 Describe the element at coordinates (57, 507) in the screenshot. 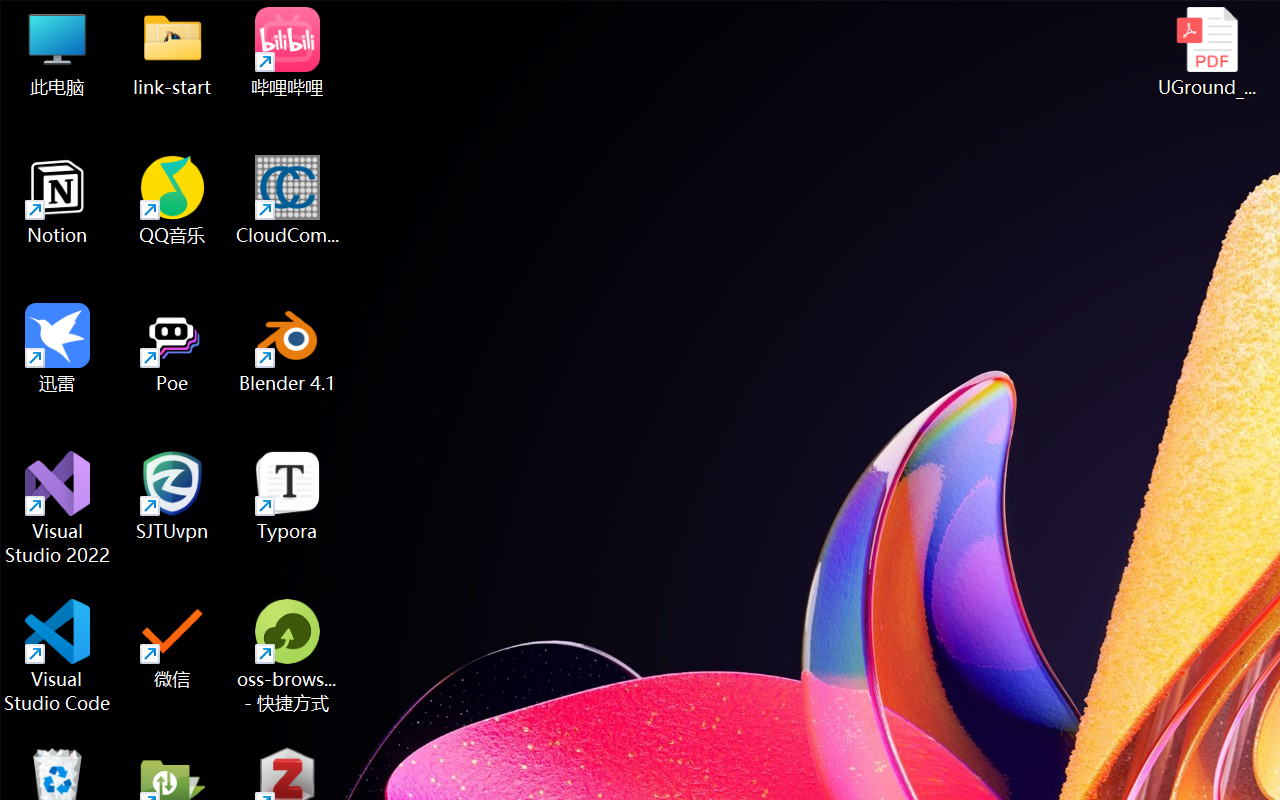

I see `'Visual Studio 2022'` at that location.